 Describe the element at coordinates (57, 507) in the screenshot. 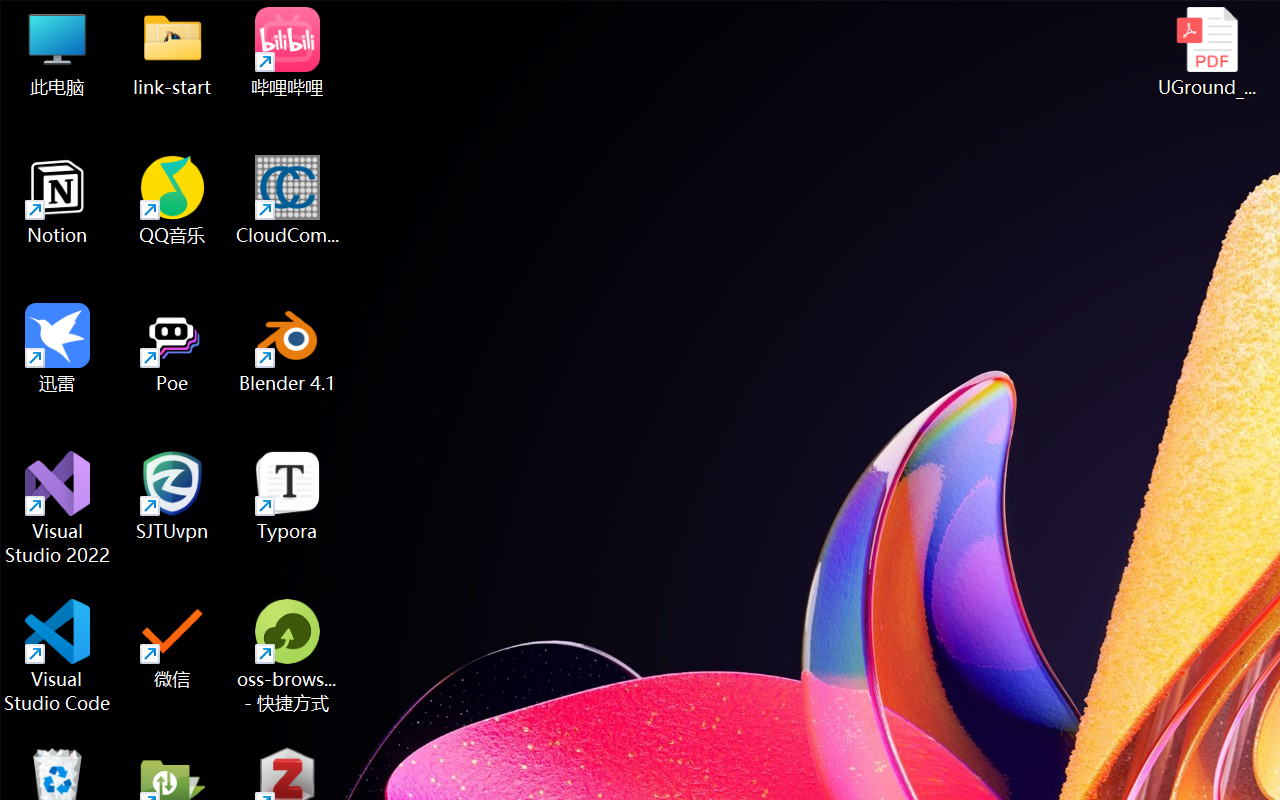

I see `'Visual Studio 2022'` at that location.